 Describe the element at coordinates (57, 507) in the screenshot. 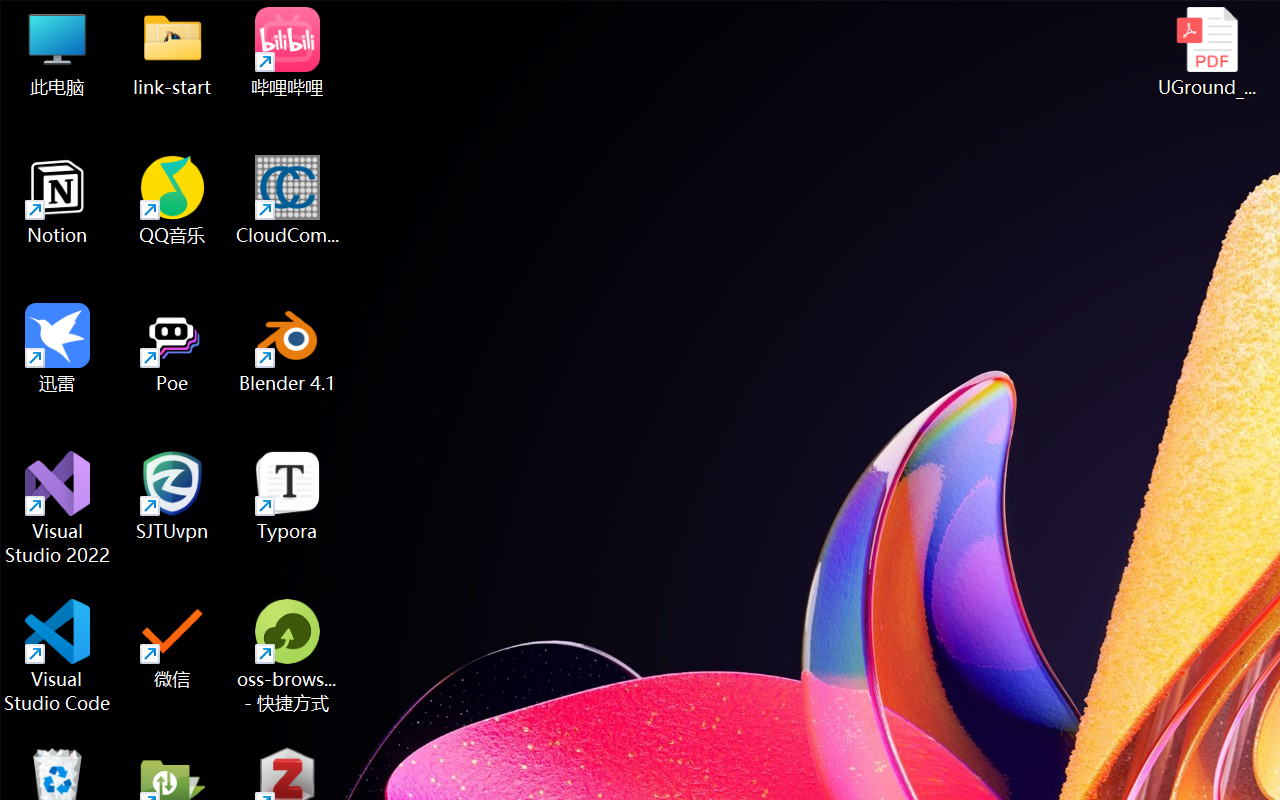

I see `'Visual Studio 2022'` at that location.